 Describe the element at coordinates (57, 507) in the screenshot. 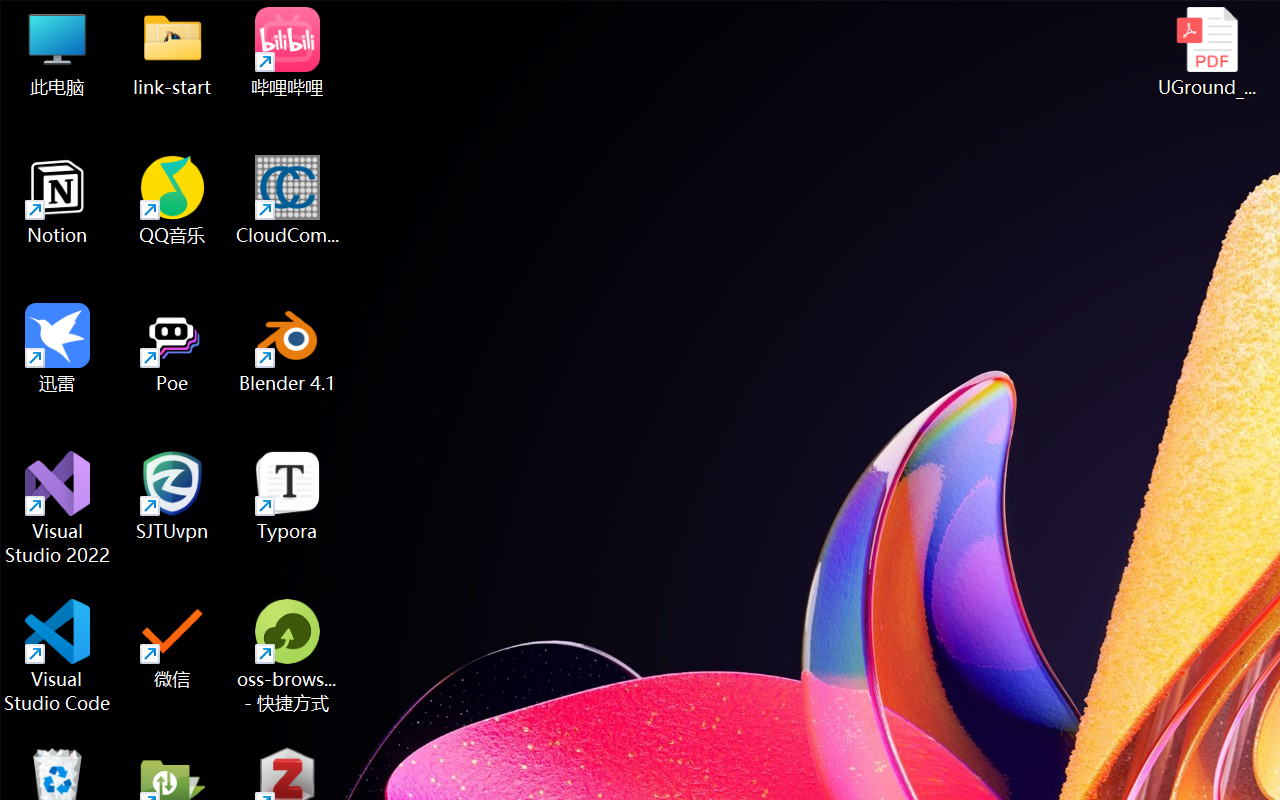

I see `'Visual Studio 2022'` at that location.